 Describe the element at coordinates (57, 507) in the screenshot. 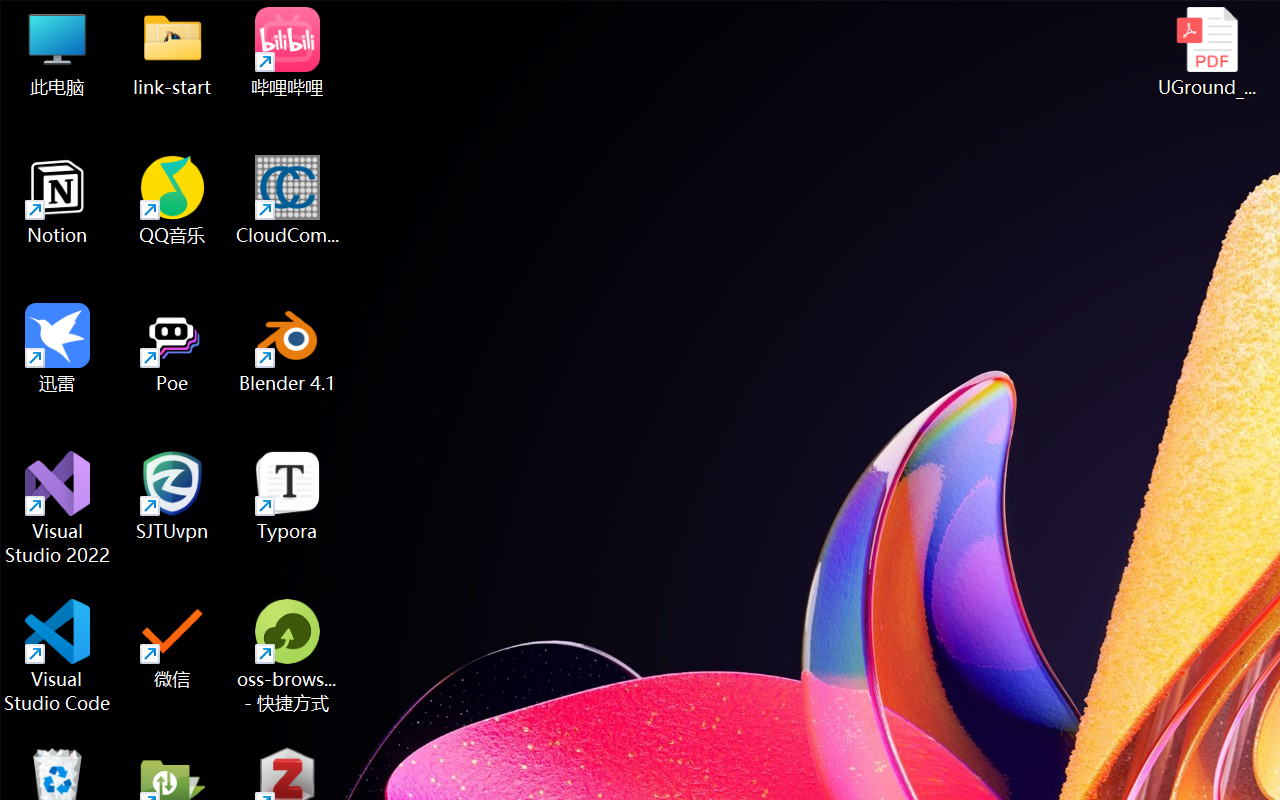

I see `'Visual Studio 2022'` at that location.